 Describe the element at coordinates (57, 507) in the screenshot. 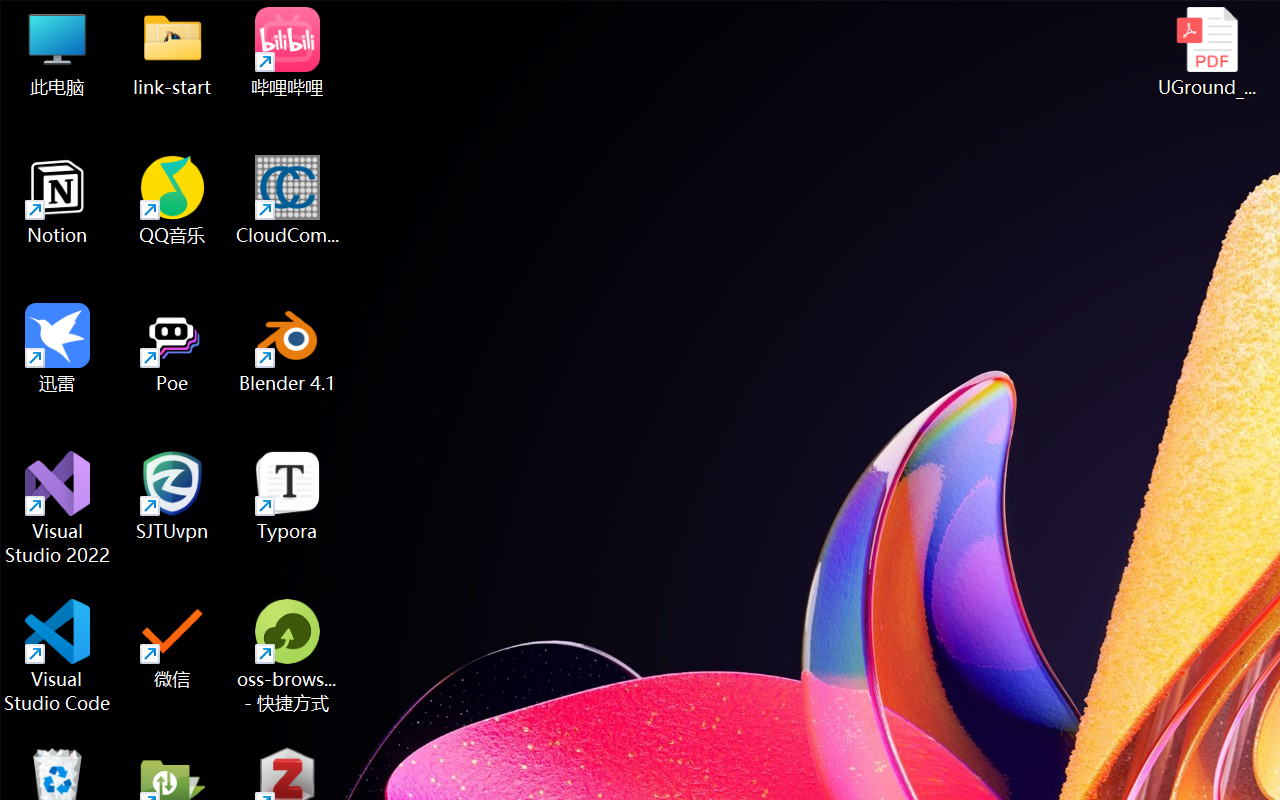

I see `'Visual Studio 2022'` at that location.